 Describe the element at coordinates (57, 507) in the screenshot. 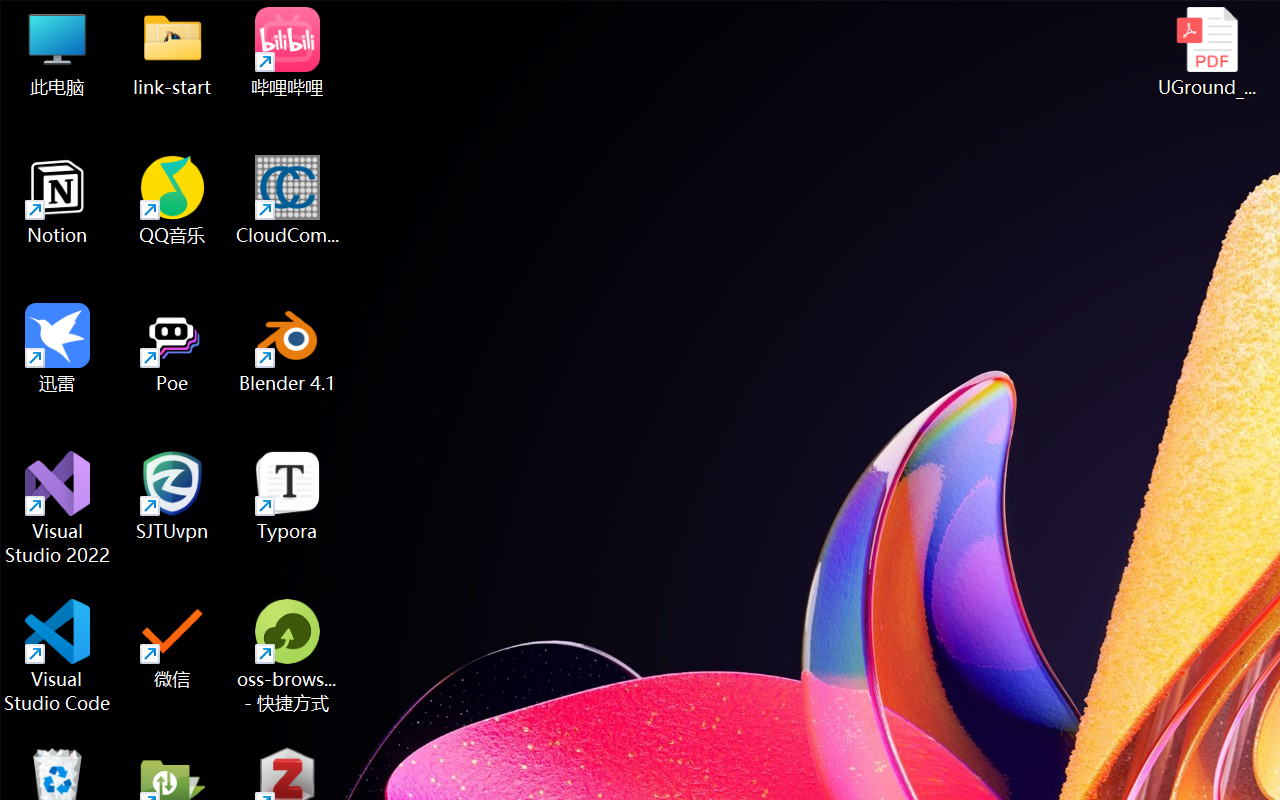

I see `'Visual Studio 2022'` at that location.